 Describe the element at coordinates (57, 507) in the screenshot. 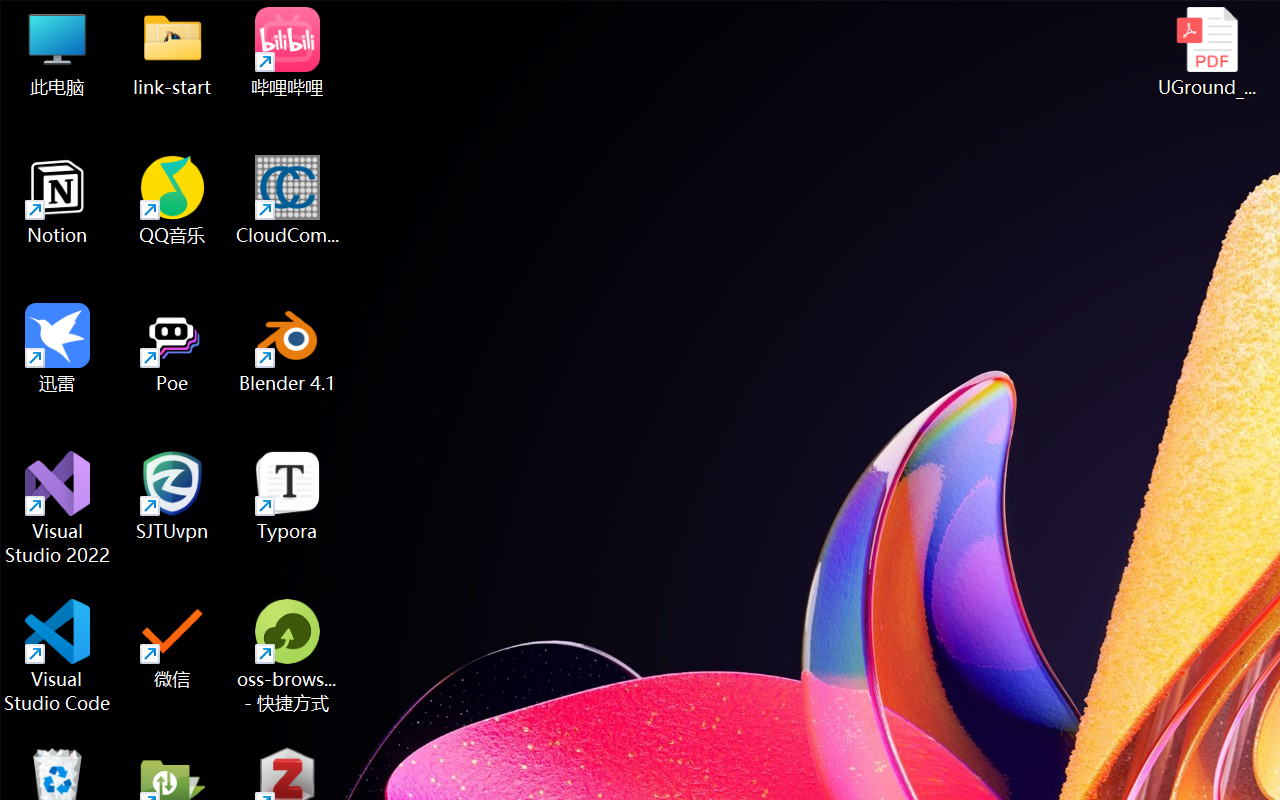

I see `'Visual Studio 2022'` at that location.